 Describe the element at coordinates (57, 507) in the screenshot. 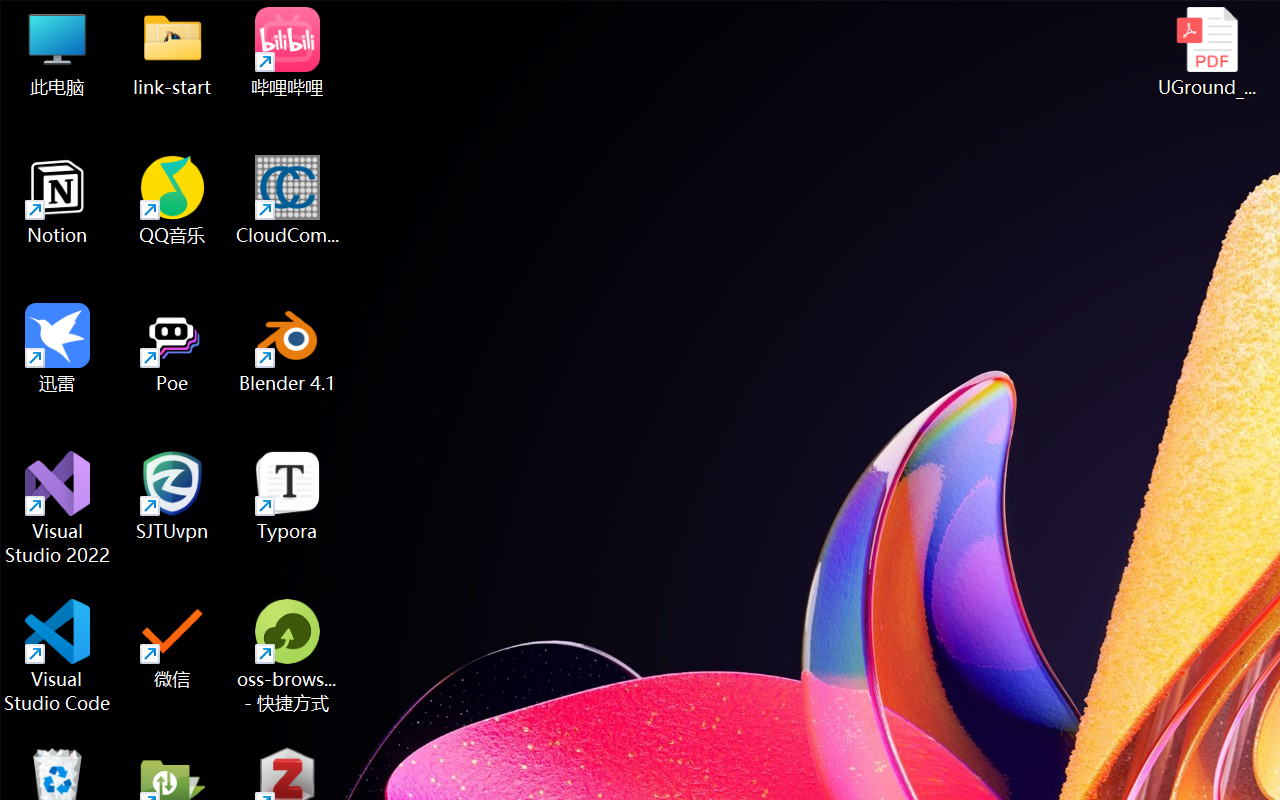

I see `'Visual Studio 2022'` at that location.